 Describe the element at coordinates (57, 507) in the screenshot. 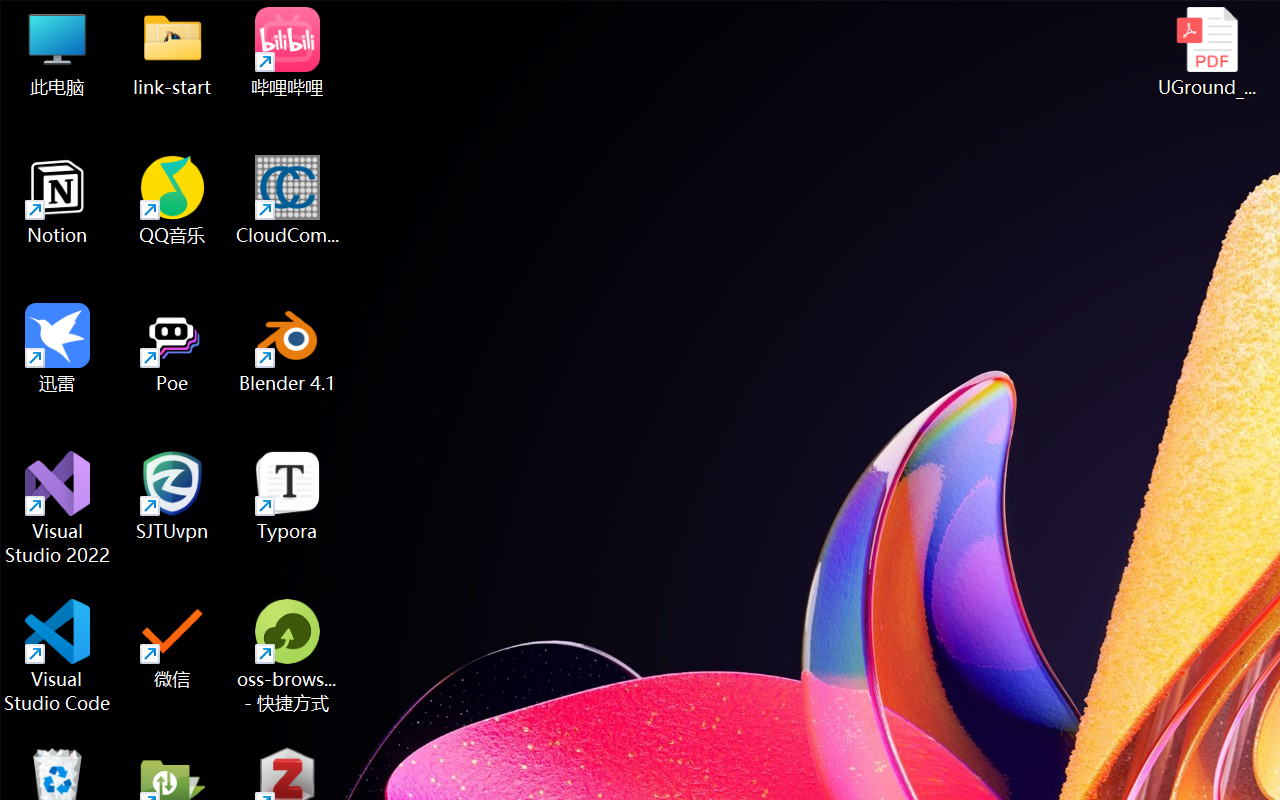

I see `'Visual Studio 2022'` at that location.